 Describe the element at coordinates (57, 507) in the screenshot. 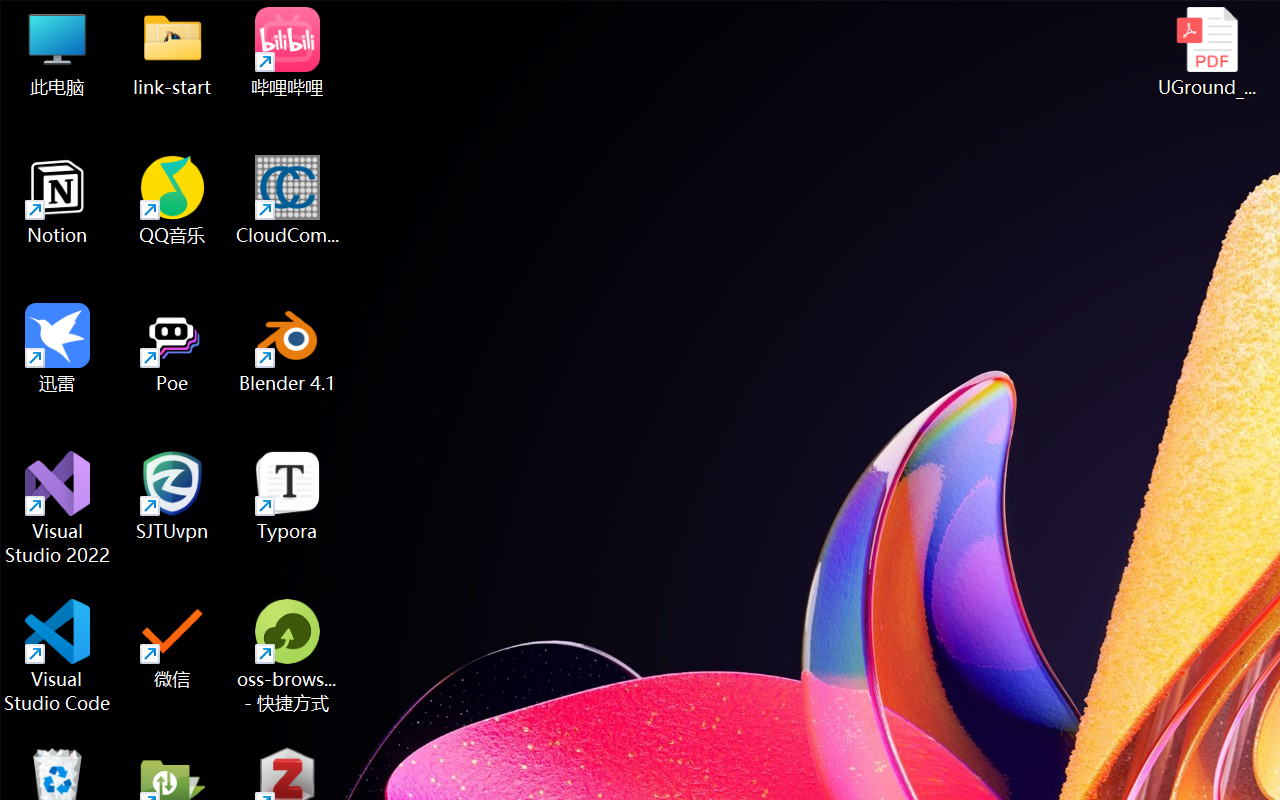

I see `'Visual Studio 2022'` at that location.